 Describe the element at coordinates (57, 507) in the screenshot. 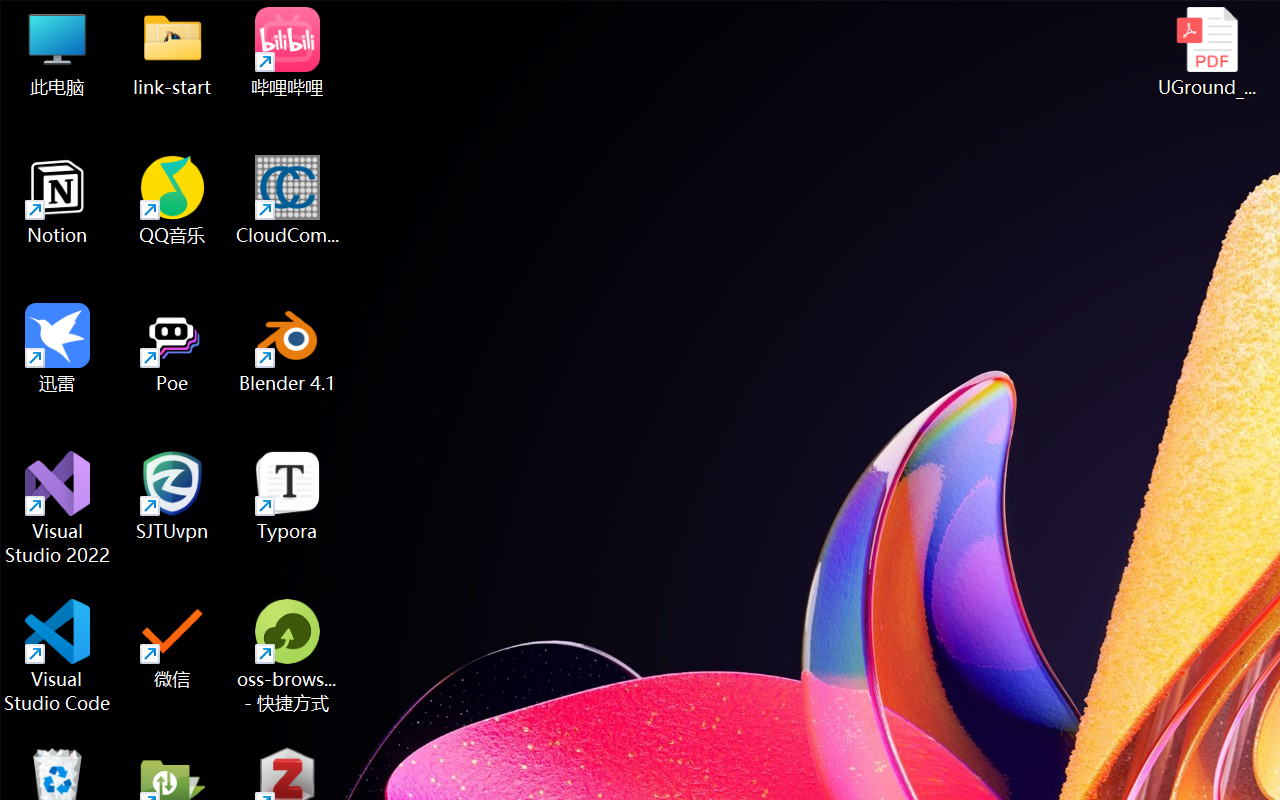

I see `'Visual Studio 2022'` at that location.